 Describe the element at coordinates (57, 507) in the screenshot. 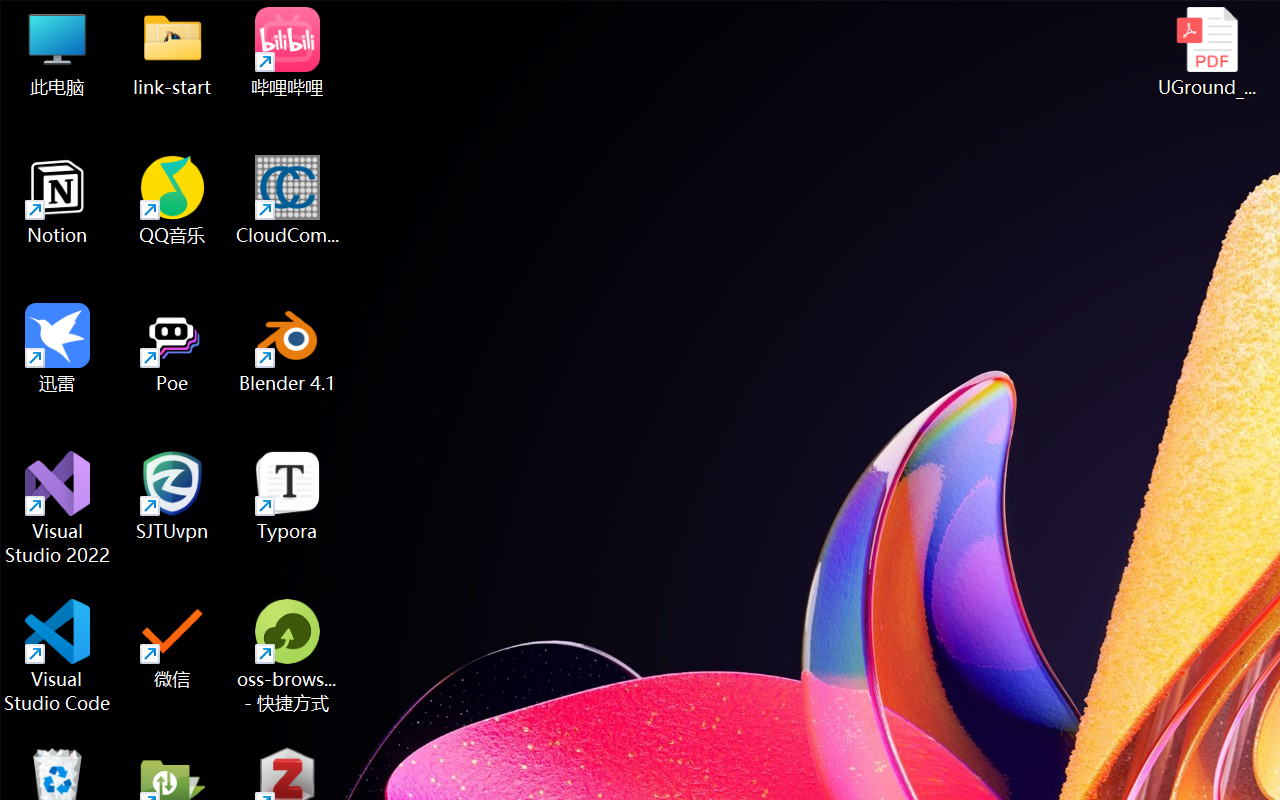

I see `'Visual Studio 2022'` at that location.